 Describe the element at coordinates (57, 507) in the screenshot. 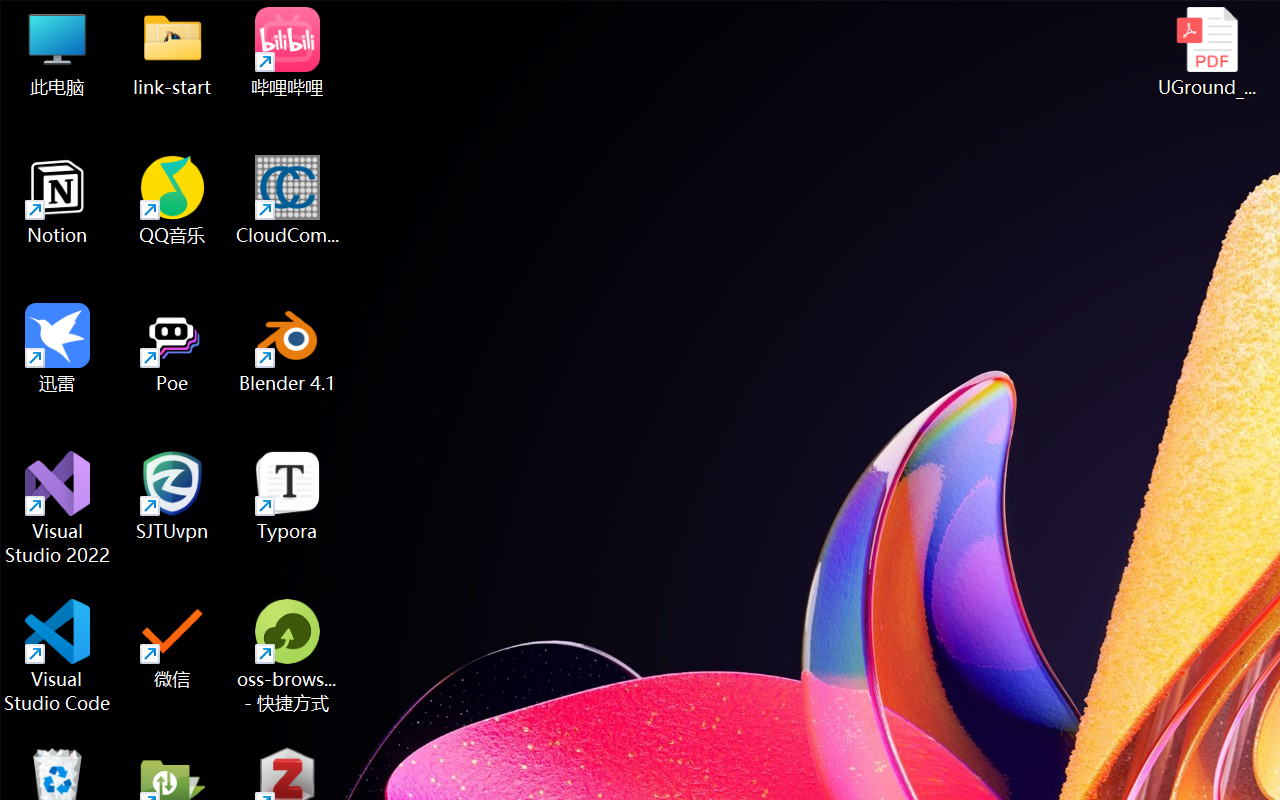

I see `'Visual Studio 2022'` at that location.